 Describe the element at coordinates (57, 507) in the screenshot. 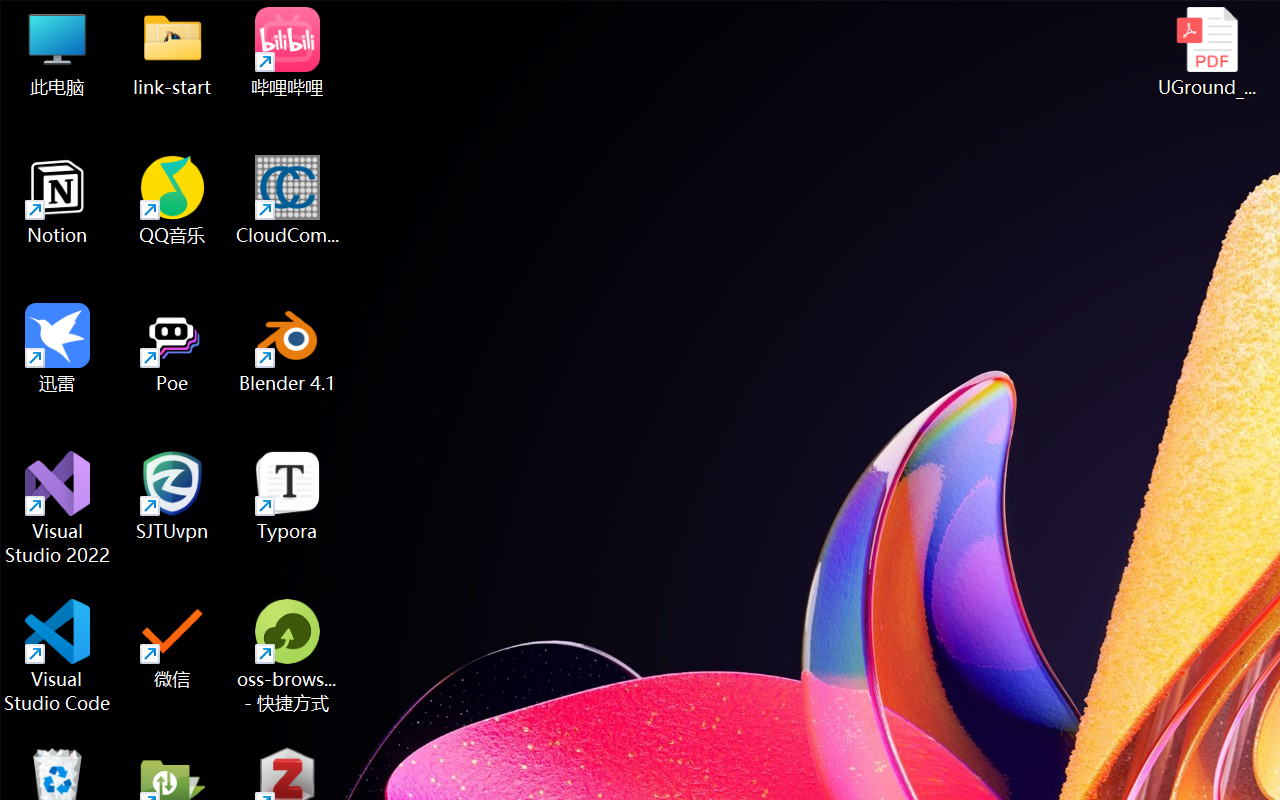

I see `'Visual Studio 2022'` at that location.